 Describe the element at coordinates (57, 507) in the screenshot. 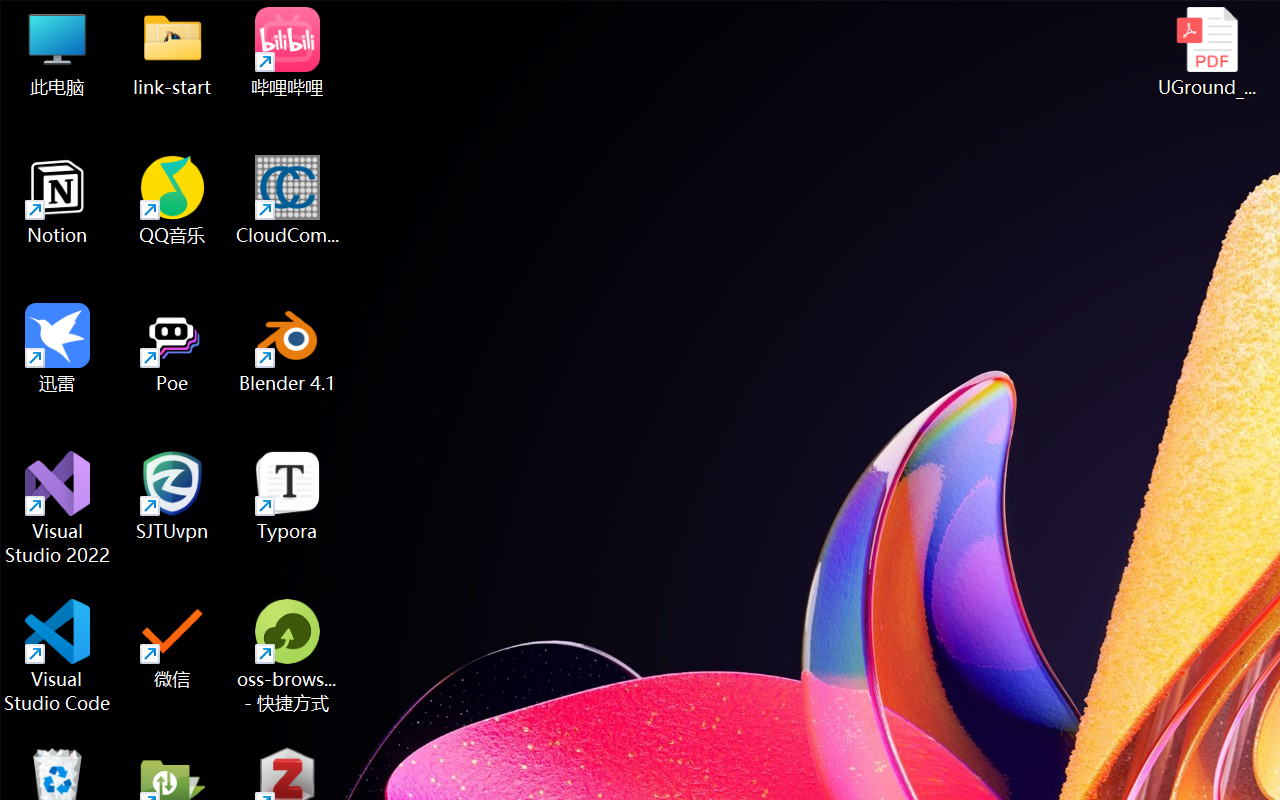

I see `'Visual Studio 2022'` at that location.